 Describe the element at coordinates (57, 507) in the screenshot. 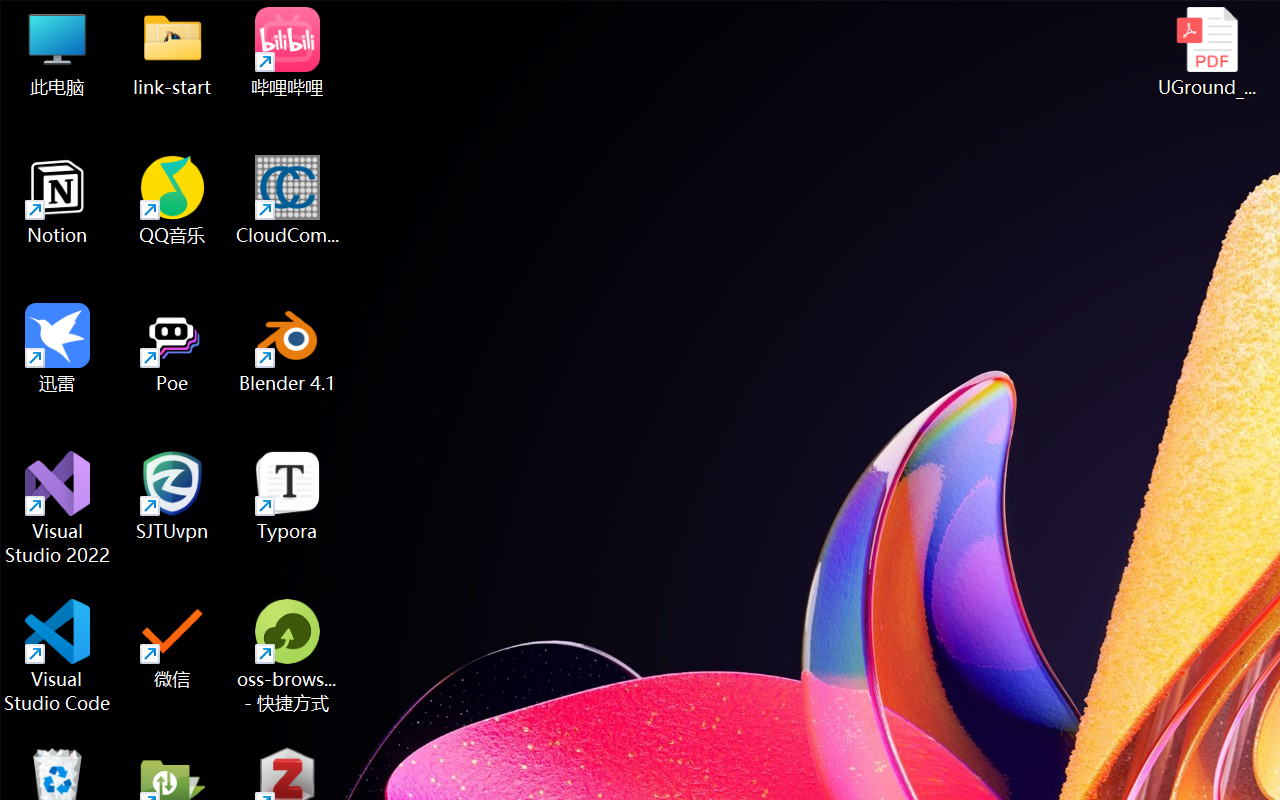

I see `'Visual Studio 2022'` at that location.